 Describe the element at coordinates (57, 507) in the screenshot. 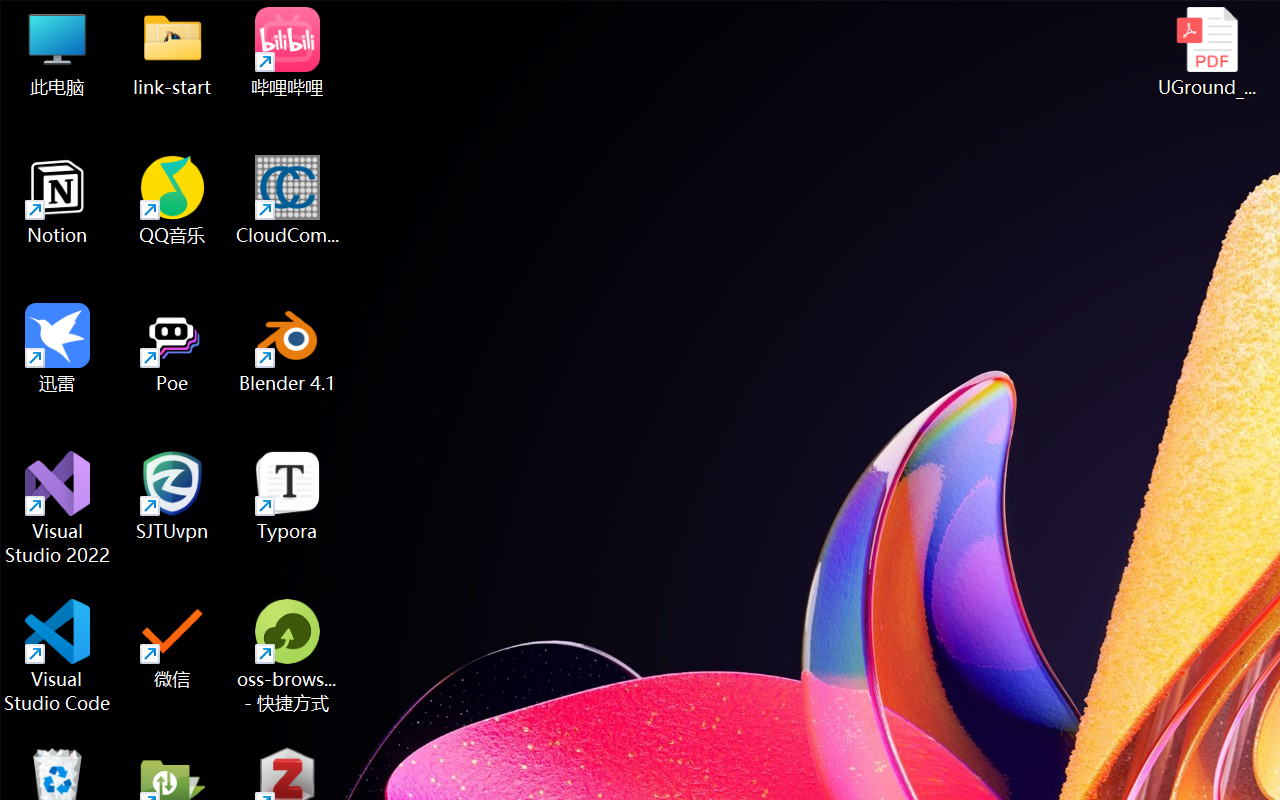

I see `'Visual Studio 2022'` at that location.